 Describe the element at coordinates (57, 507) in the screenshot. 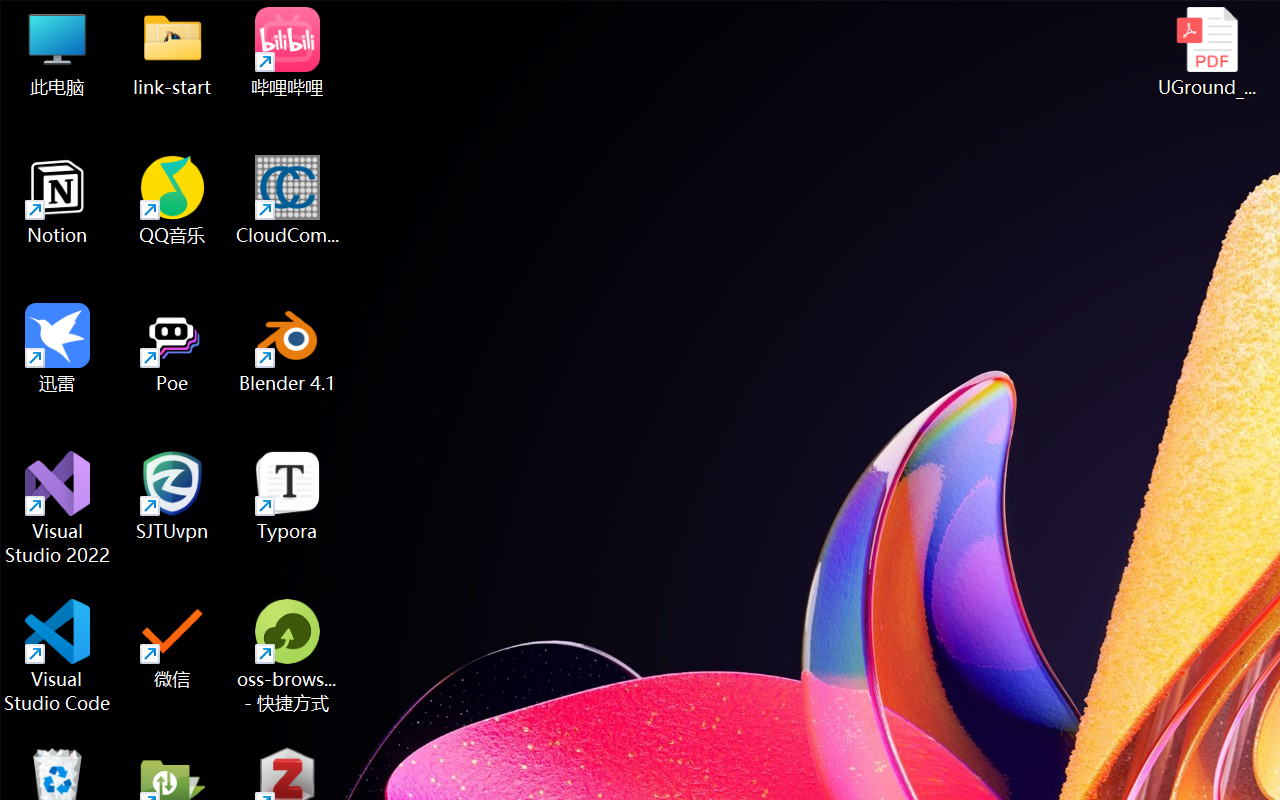

I see `'Visual Studio 2022'` at that location.